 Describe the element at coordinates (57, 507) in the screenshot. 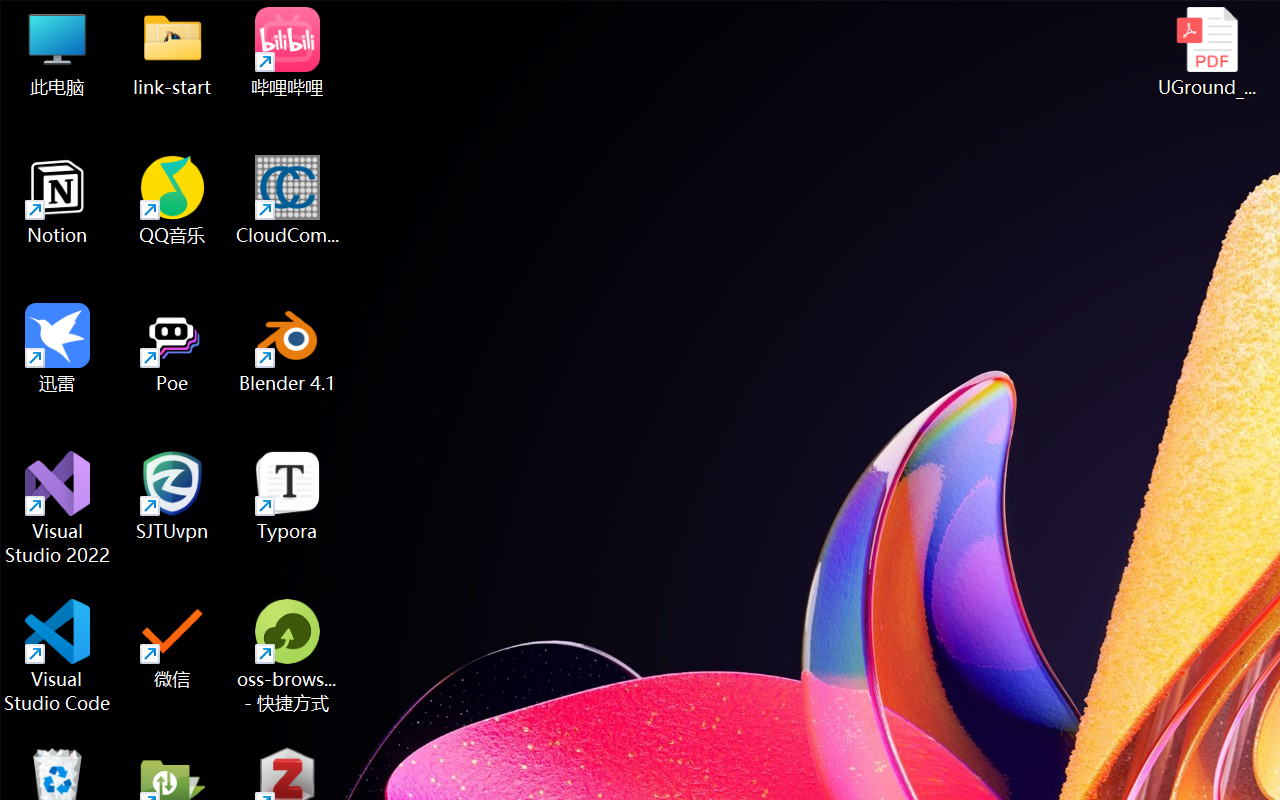

I see `'Visual Studio 2022'` at that location.